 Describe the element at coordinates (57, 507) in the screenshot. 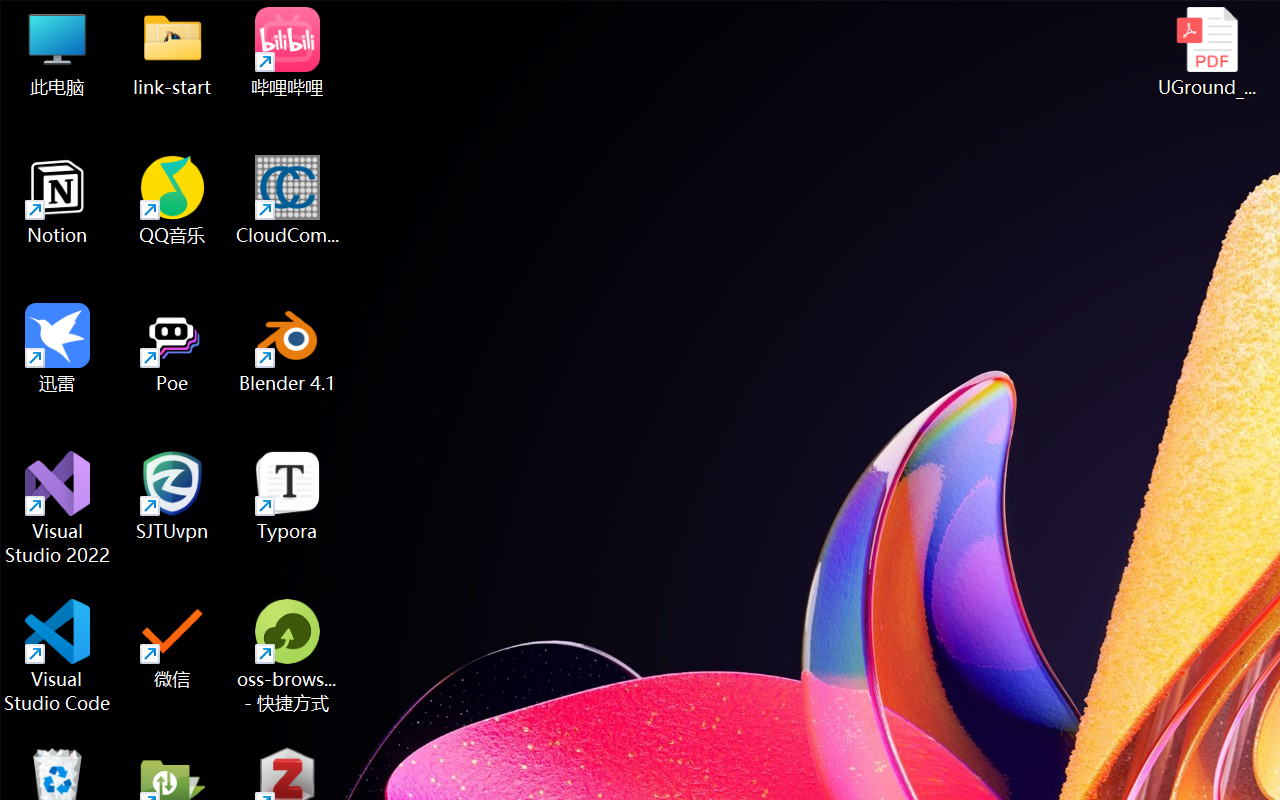

I see `'Visual Studio 2022'` at that location.